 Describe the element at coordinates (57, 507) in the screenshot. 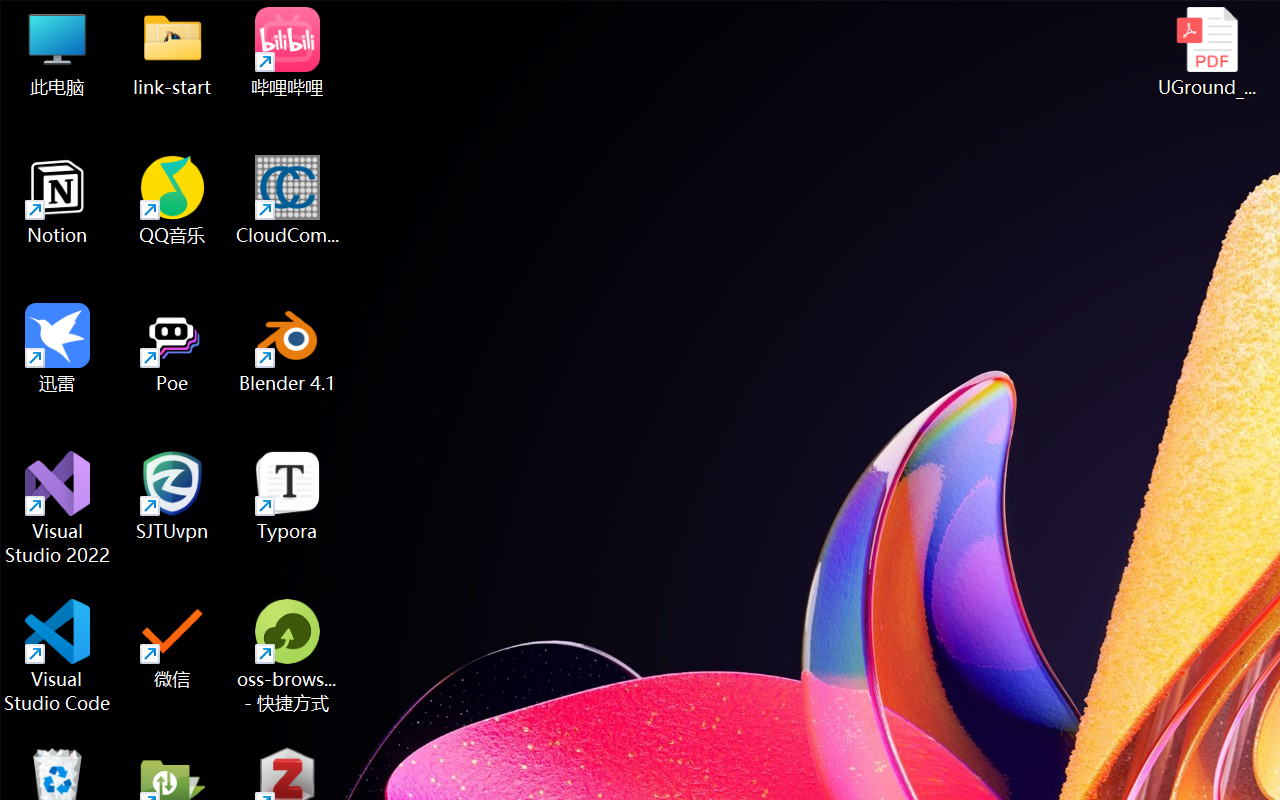

I see `'Visual Studio 2022'` at that location.